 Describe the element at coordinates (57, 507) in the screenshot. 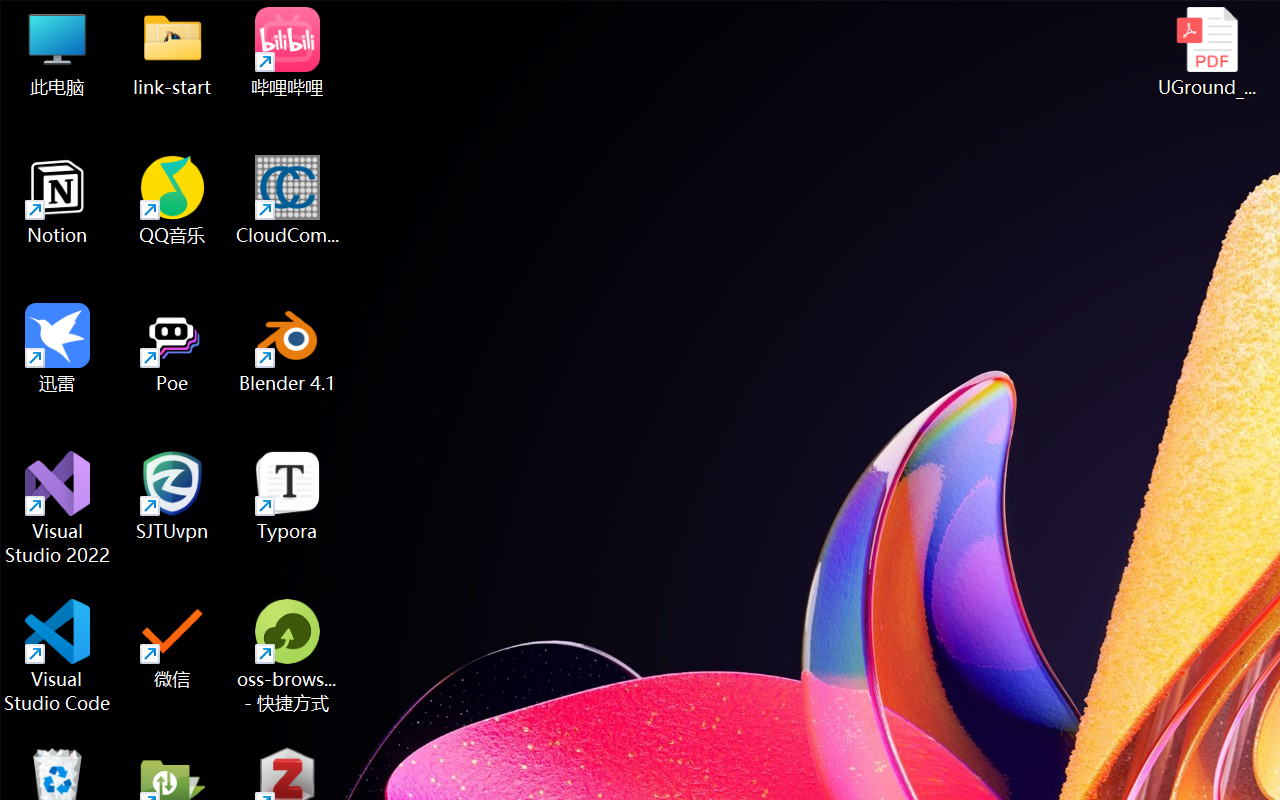

I see `'Visual Studio 2022'` at that location.